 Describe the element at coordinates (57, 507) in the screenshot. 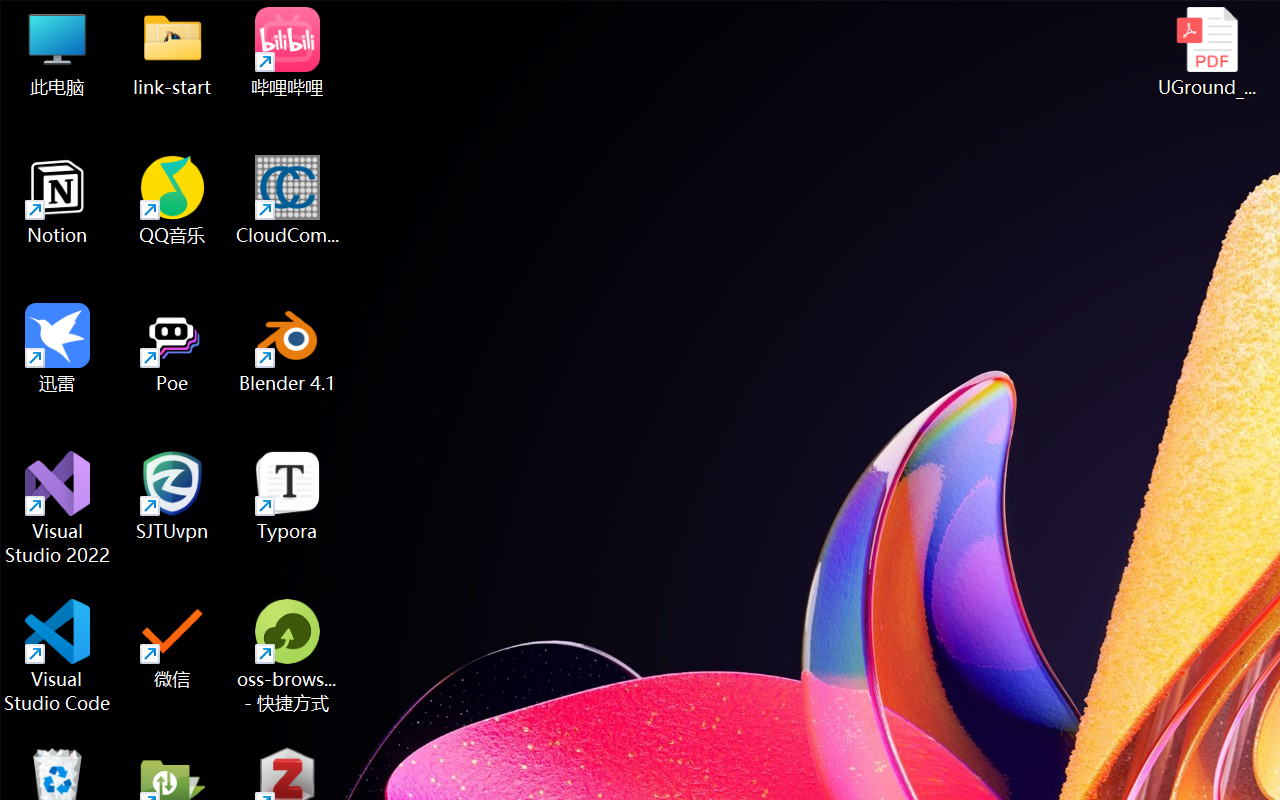

I see `'Visual Studio 2022'` at that location.